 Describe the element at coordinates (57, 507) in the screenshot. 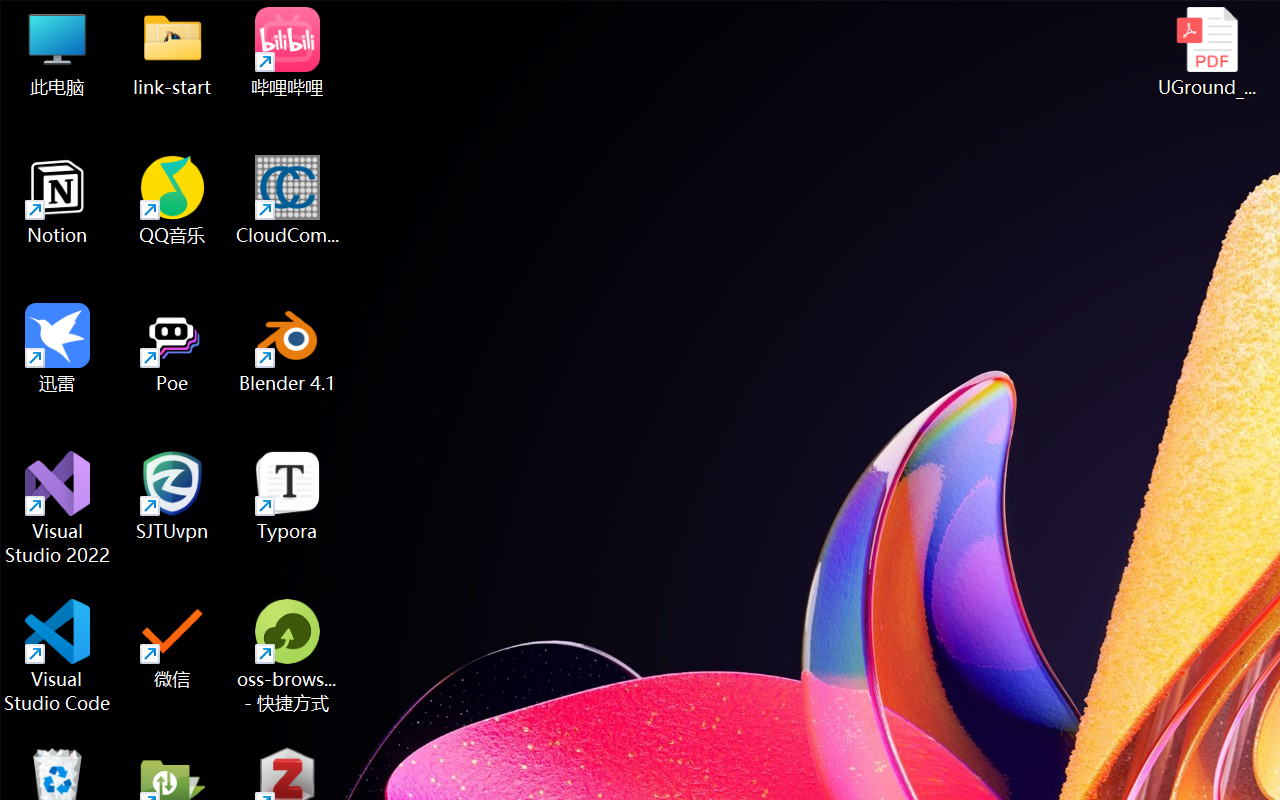

I see `'Visual Studio 2022'` at that location.